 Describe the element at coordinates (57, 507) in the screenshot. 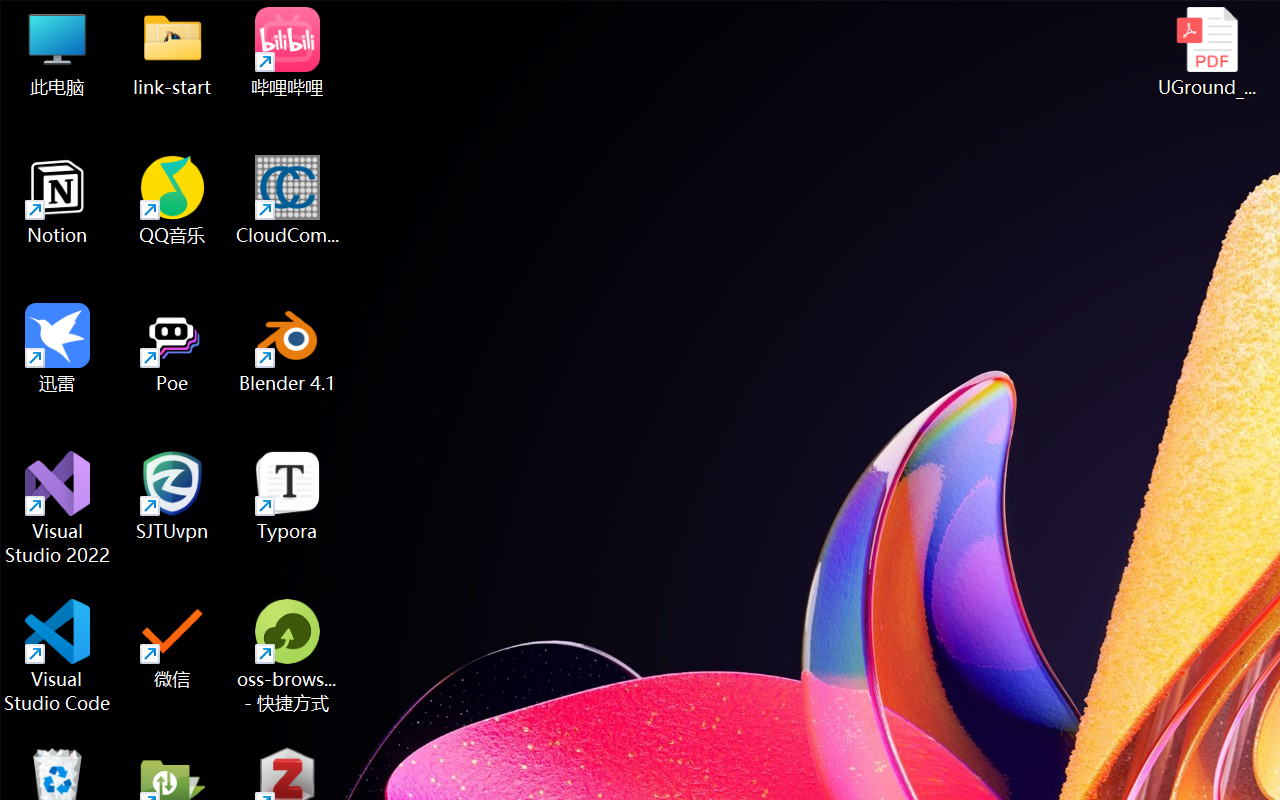

I see `'Visual Studio 2022'` at that location.